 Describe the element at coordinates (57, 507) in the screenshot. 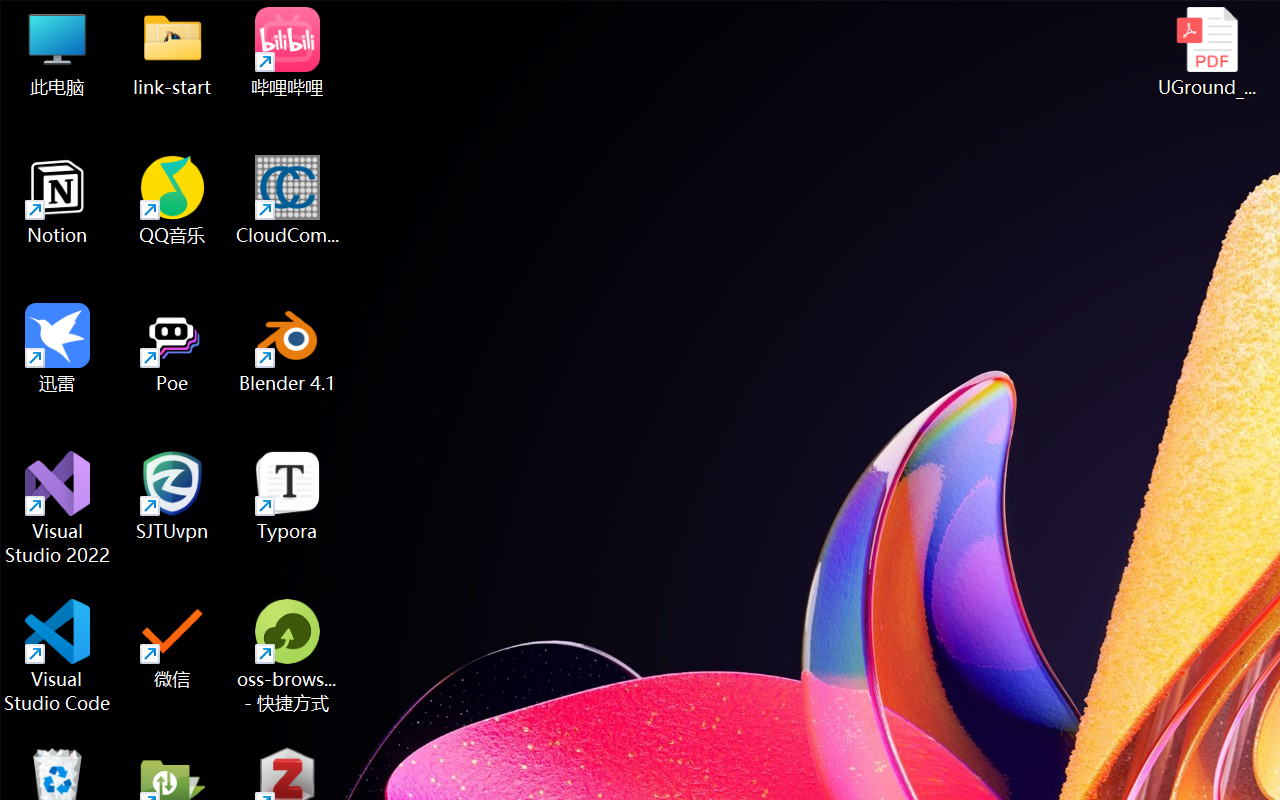

I see `'Visual Studio 2022'` at that location.